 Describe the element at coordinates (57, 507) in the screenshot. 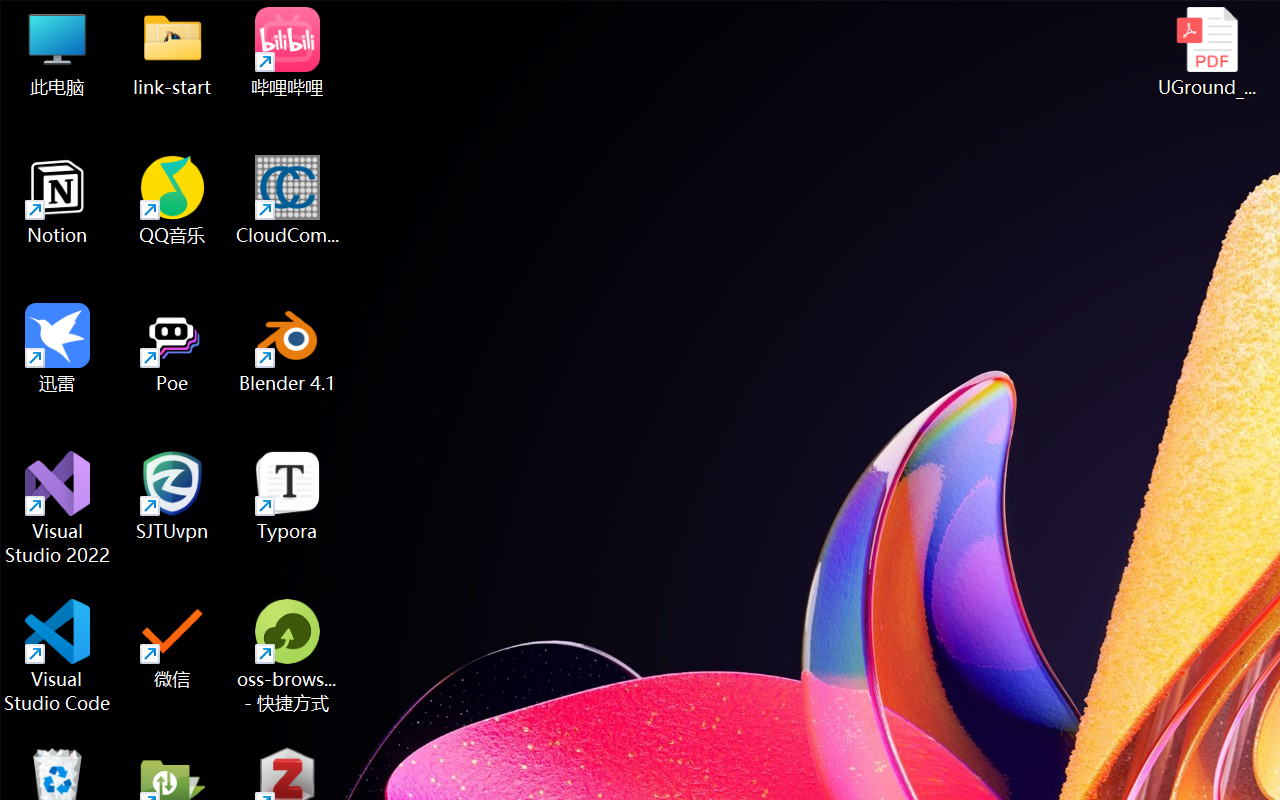

I see `'Visual Studio 2022'` at that location.